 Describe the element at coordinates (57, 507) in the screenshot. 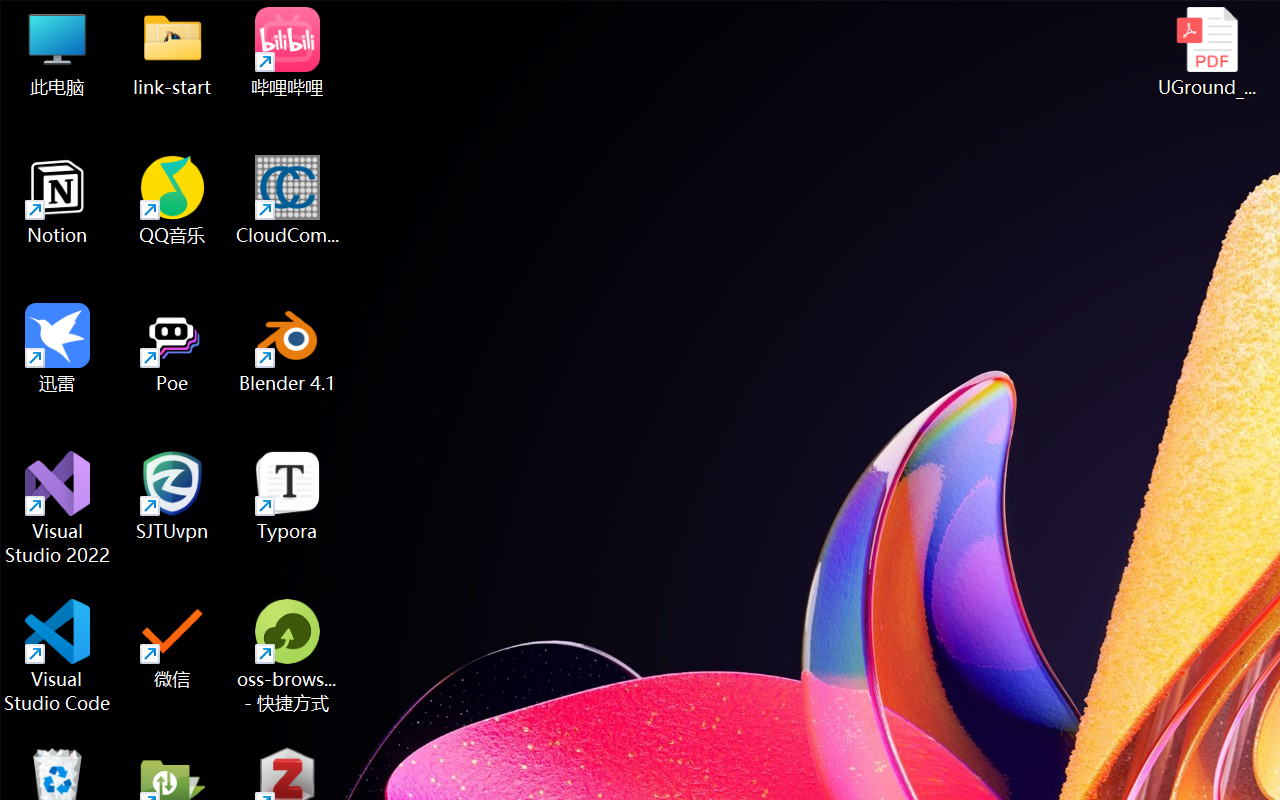

I see `'Visual Studio 2022'` at that location.